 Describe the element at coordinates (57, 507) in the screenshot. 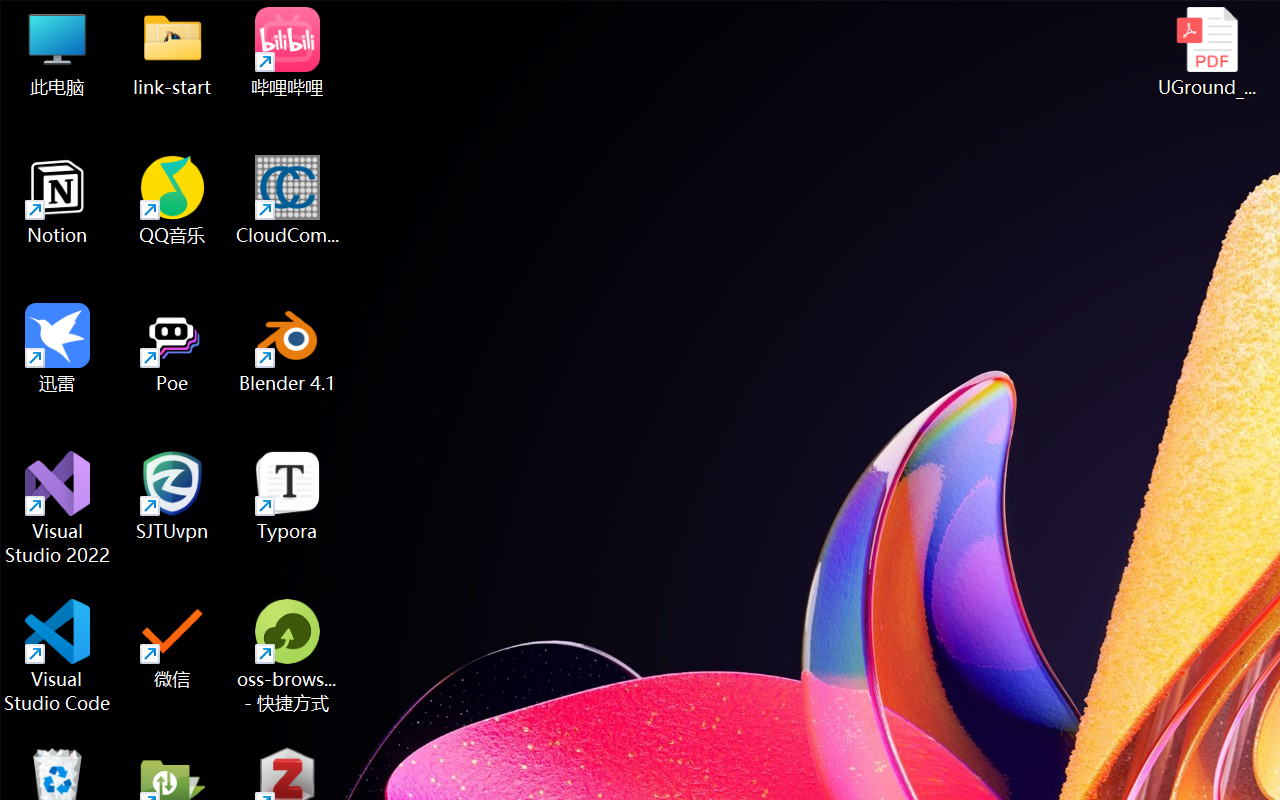

I see `'Visual Studio 2022'` at that location.